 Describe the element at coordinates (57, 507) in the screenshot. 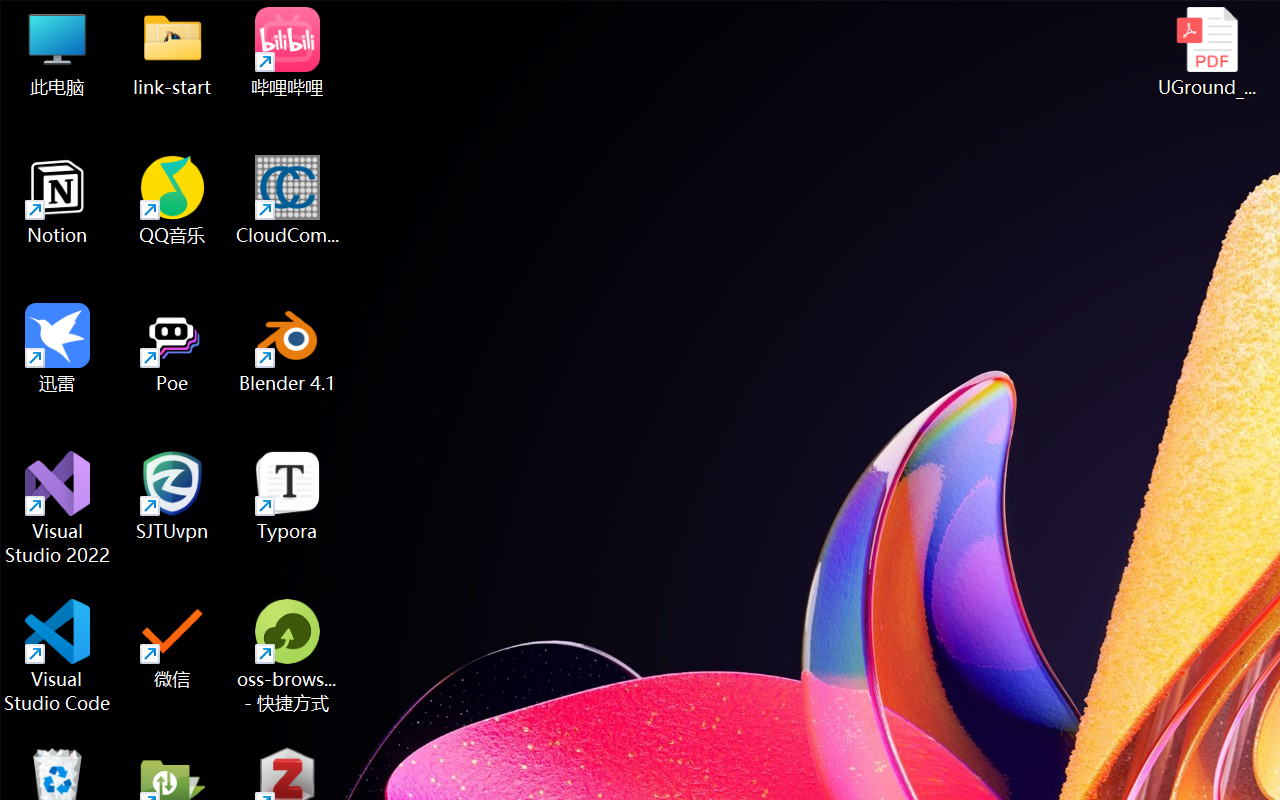

I see `'Visual Studio 2022'` at that location.